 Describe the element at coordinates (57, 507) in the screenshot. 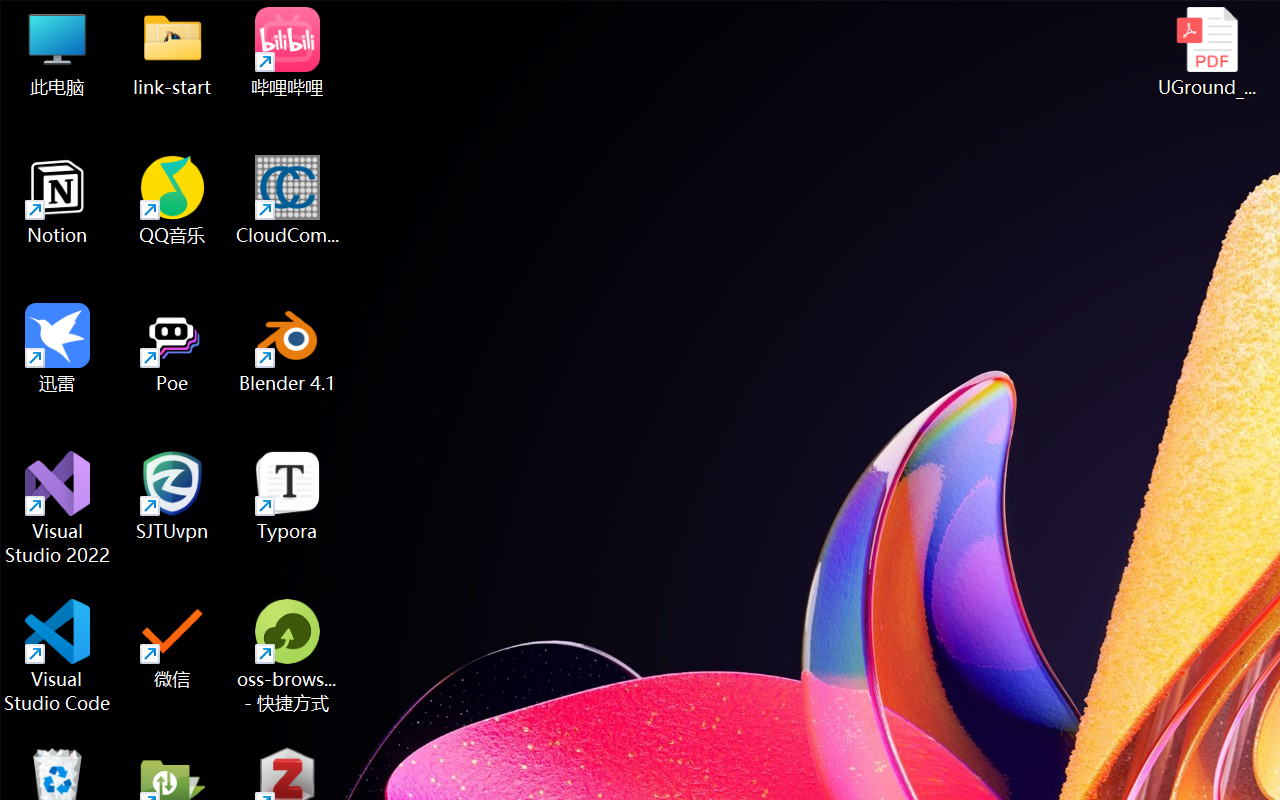

I see `'Visual Studio 2022'` at that location.